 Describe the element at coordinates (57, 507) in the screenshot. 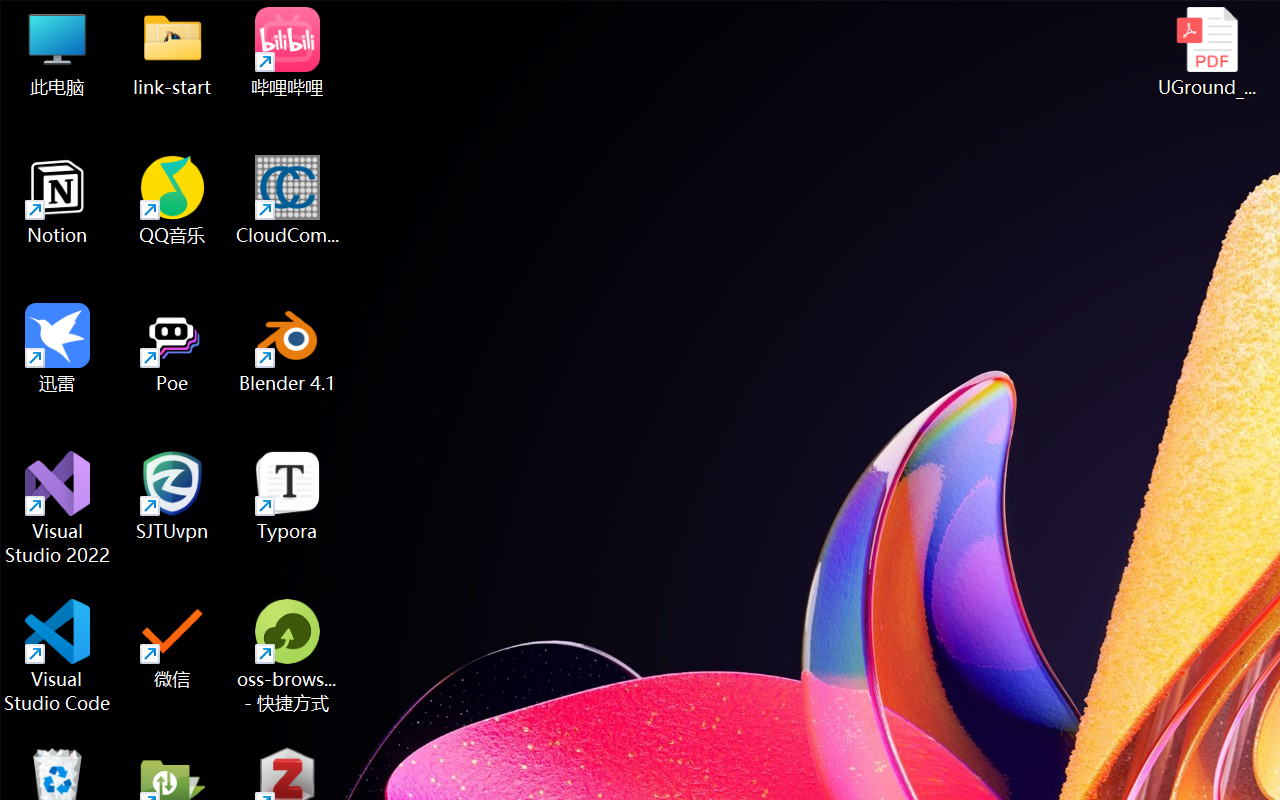

I see `'Visual Studio 2022'` at that location.